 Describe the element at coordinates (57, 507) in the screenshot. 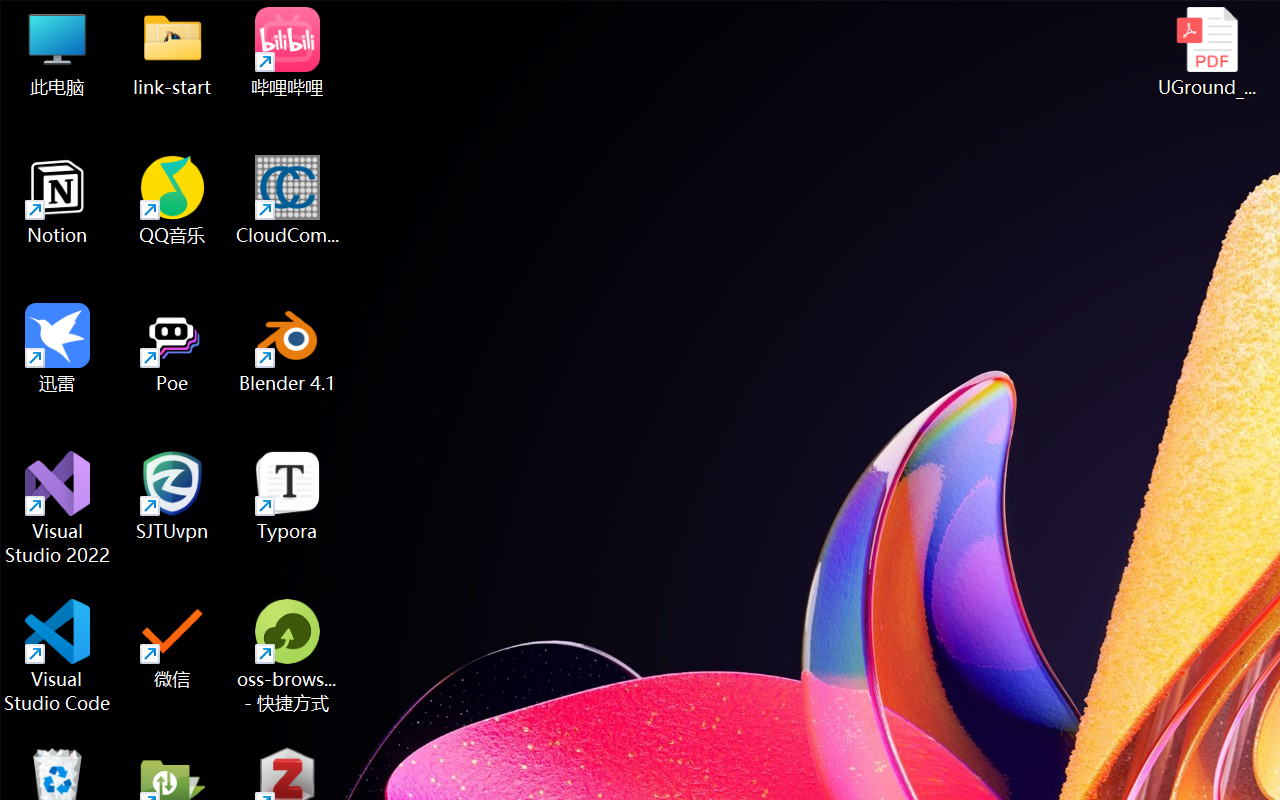

I see `'Visual Studio 2022'` at that location.